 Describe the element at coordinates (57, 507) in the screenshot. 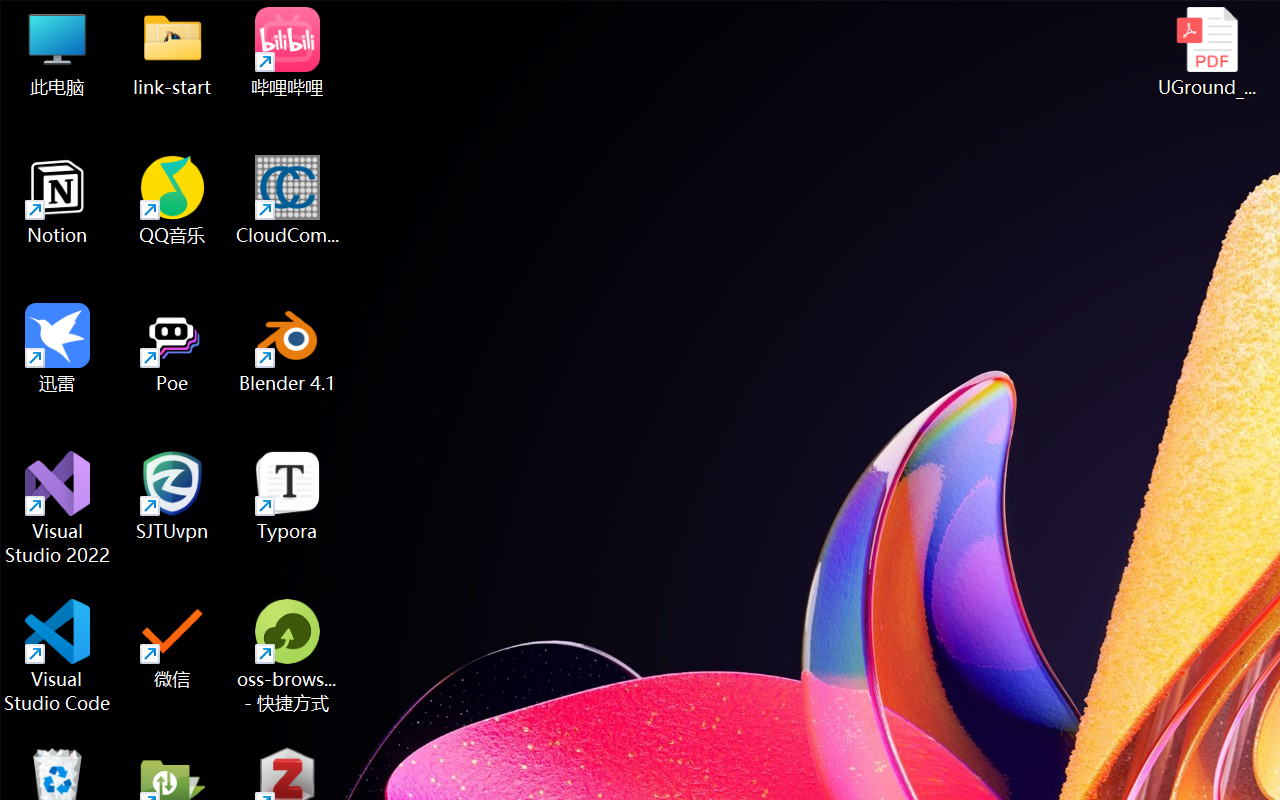

I see `'Visual Studio 2022'` at that location.